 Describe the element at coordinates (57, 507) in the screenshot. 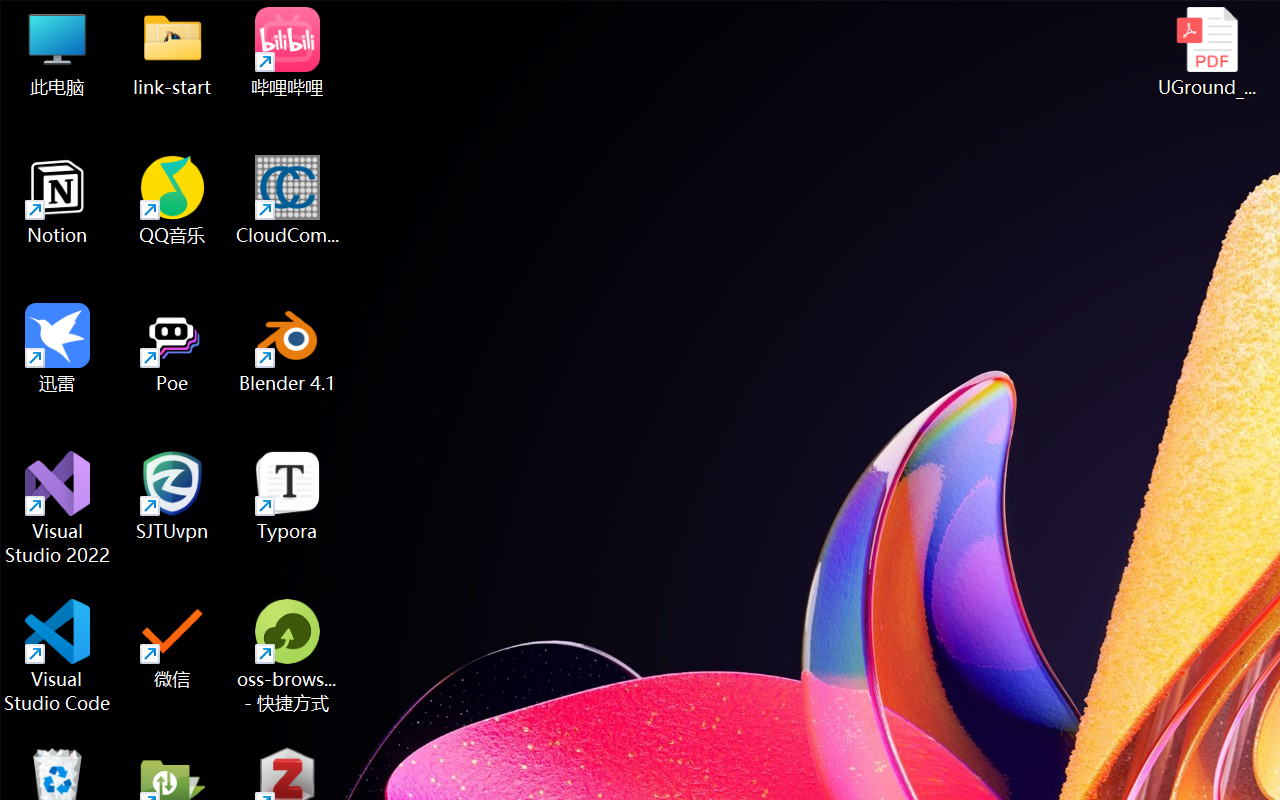

I see `'Visual Studio 2022'` at that location.